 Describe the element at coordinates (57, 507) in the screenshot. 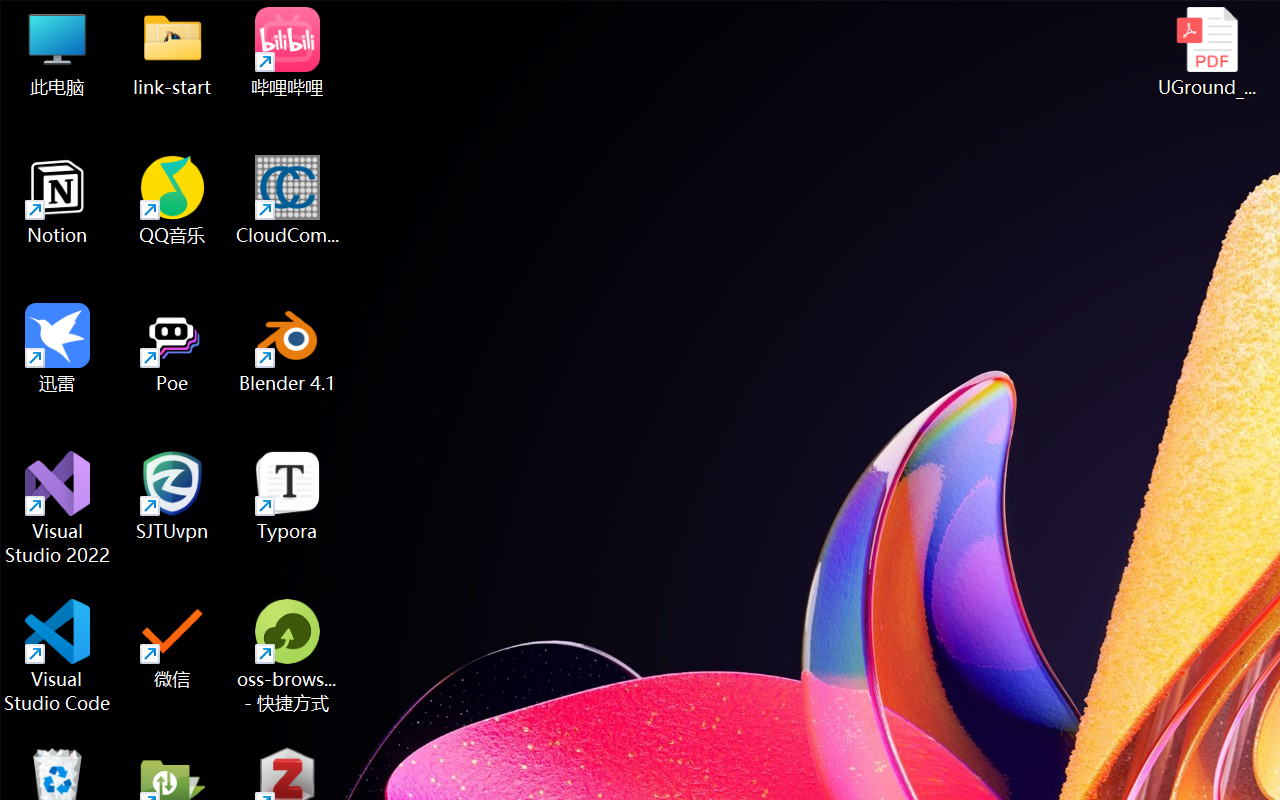

I see `'Visual Studio 2022'` at that location.